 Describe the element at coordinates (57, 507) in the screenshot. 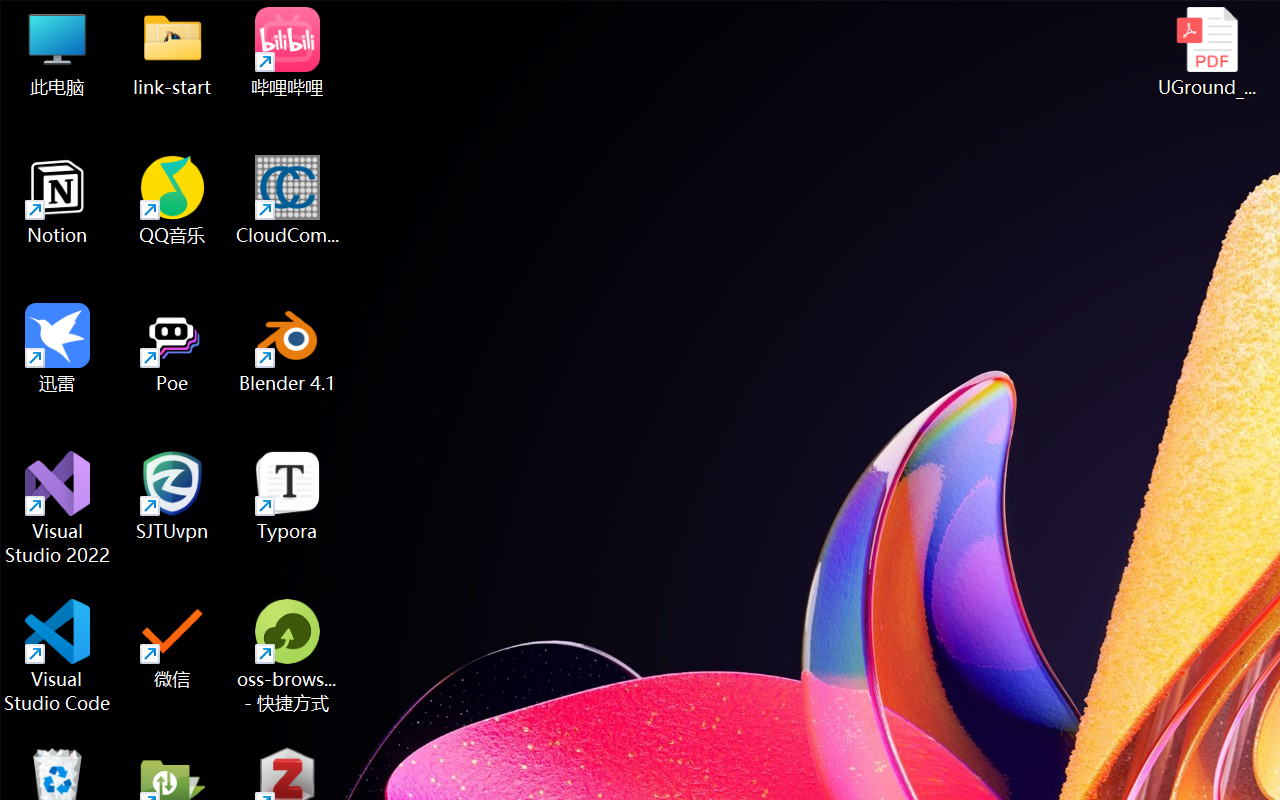

I see `'Visual Studio 2022'` at that location.